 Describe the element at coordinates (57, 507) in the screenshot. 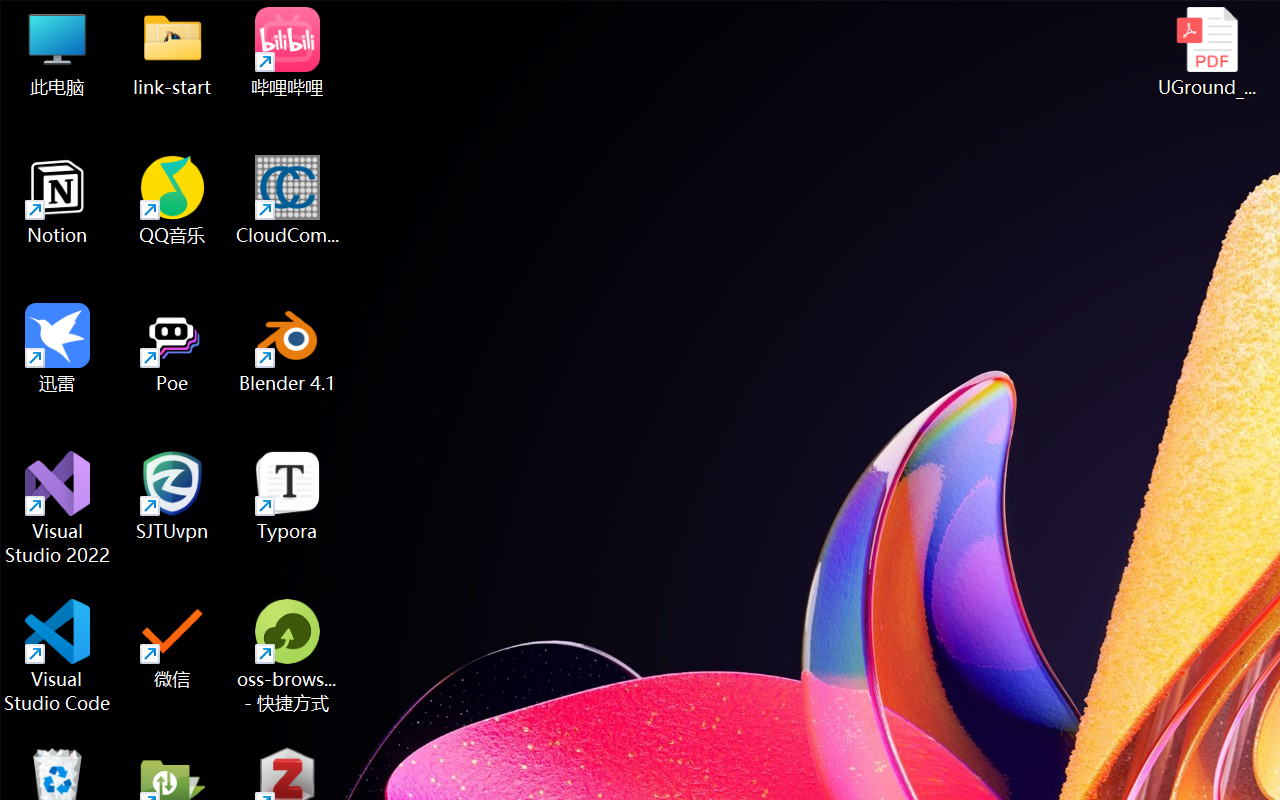

I see `'Visual Studio 2022'` at that location.